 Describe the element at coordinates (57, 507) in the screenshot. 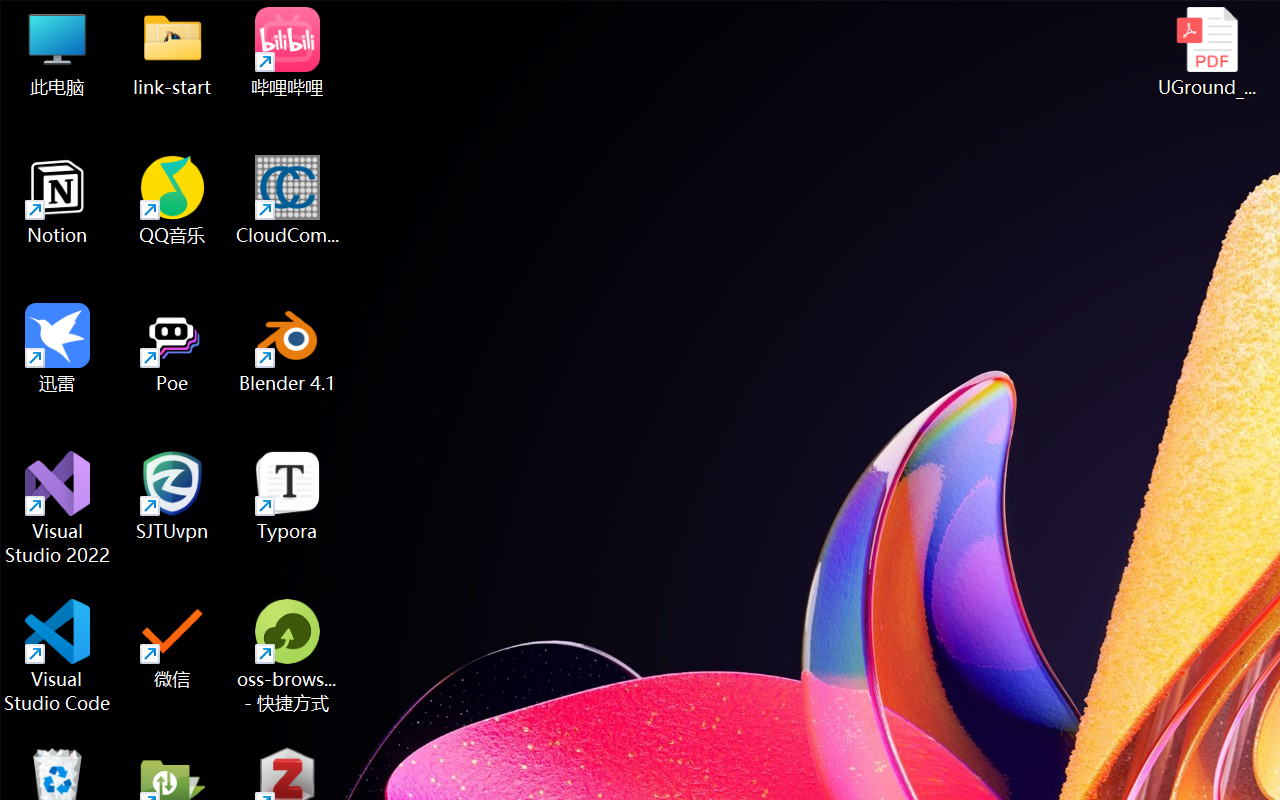

I see `'Visual Studio 2022'` at that location.